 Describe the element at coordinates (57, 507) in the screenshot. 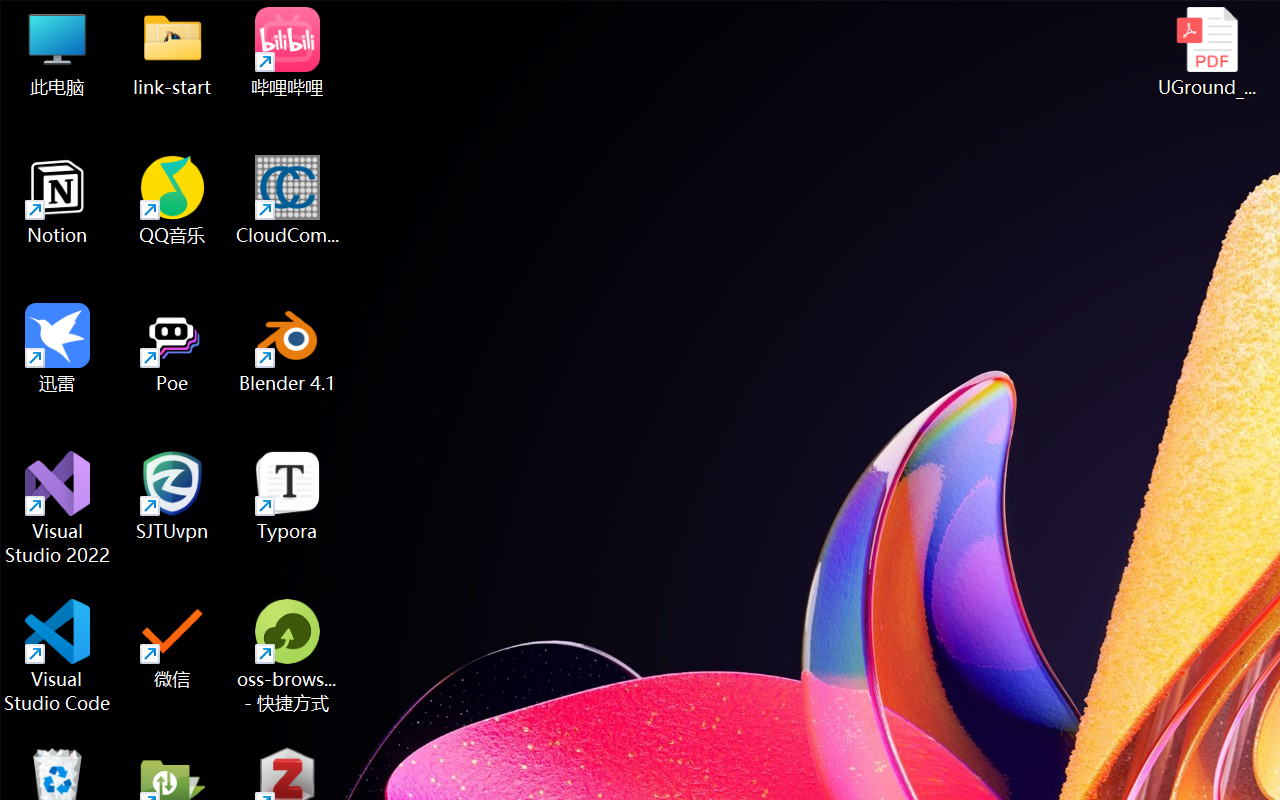

I see `'Visual Studio 2022'` at that location.